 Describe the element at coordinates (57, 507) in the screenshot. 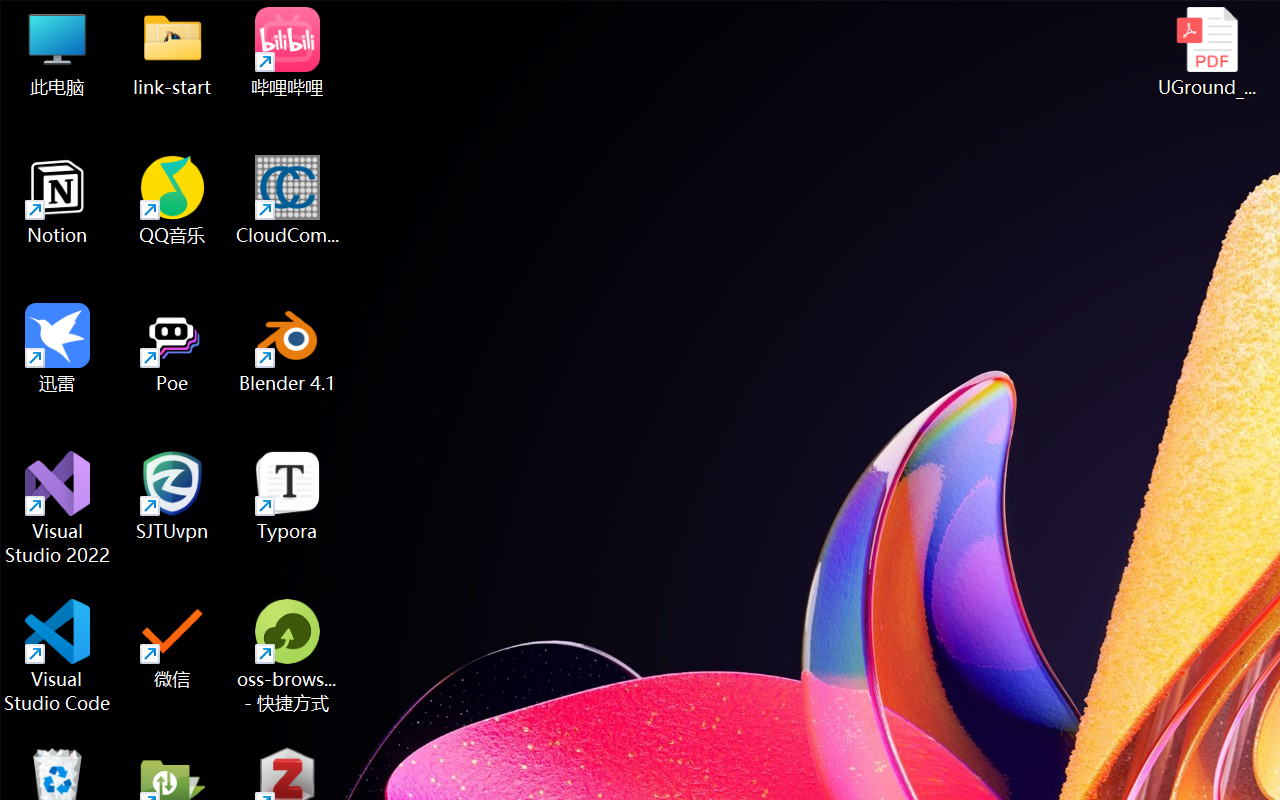

I see `'Visual Studio 2022'` at that location.